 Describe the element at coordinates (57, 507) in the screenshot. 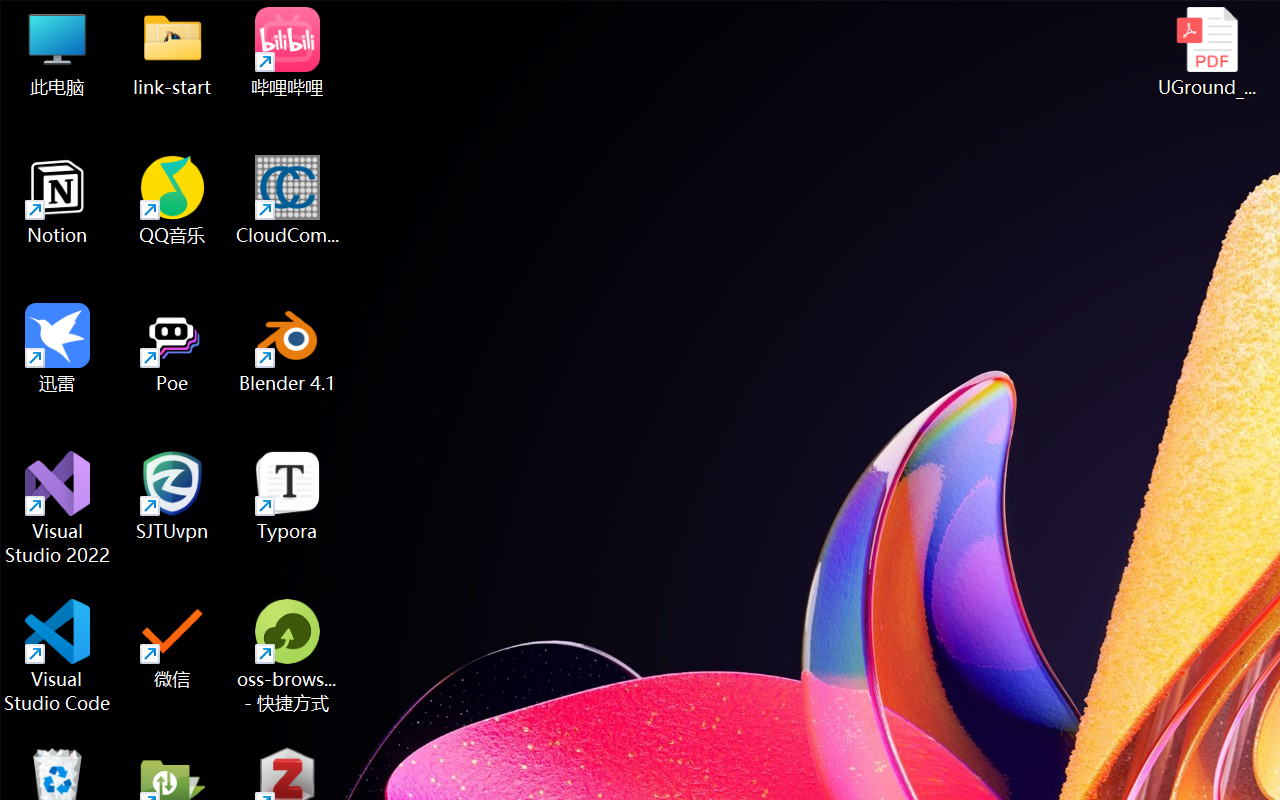

I see `'Visual Studio 2022'` at that location.